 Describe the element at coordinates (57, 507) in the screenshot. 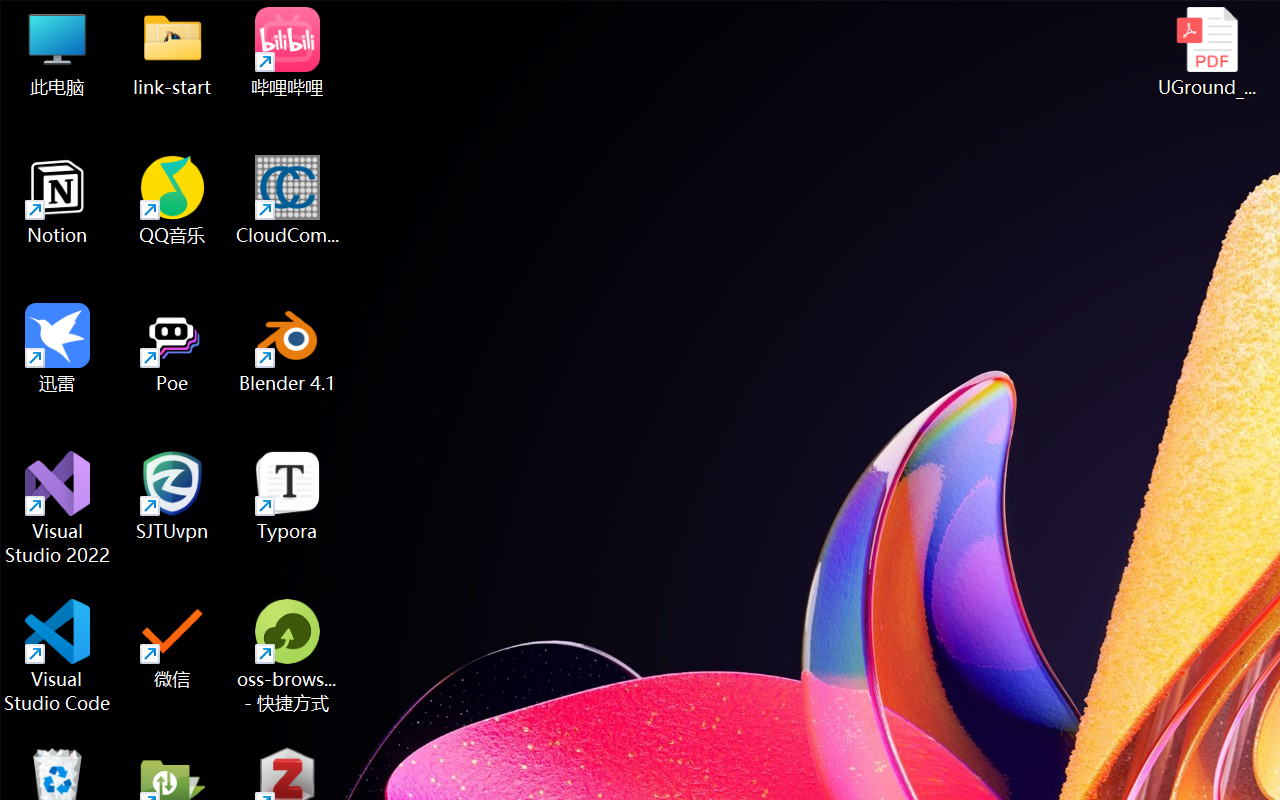

I see `'Visual Studio 2022'` at that location.